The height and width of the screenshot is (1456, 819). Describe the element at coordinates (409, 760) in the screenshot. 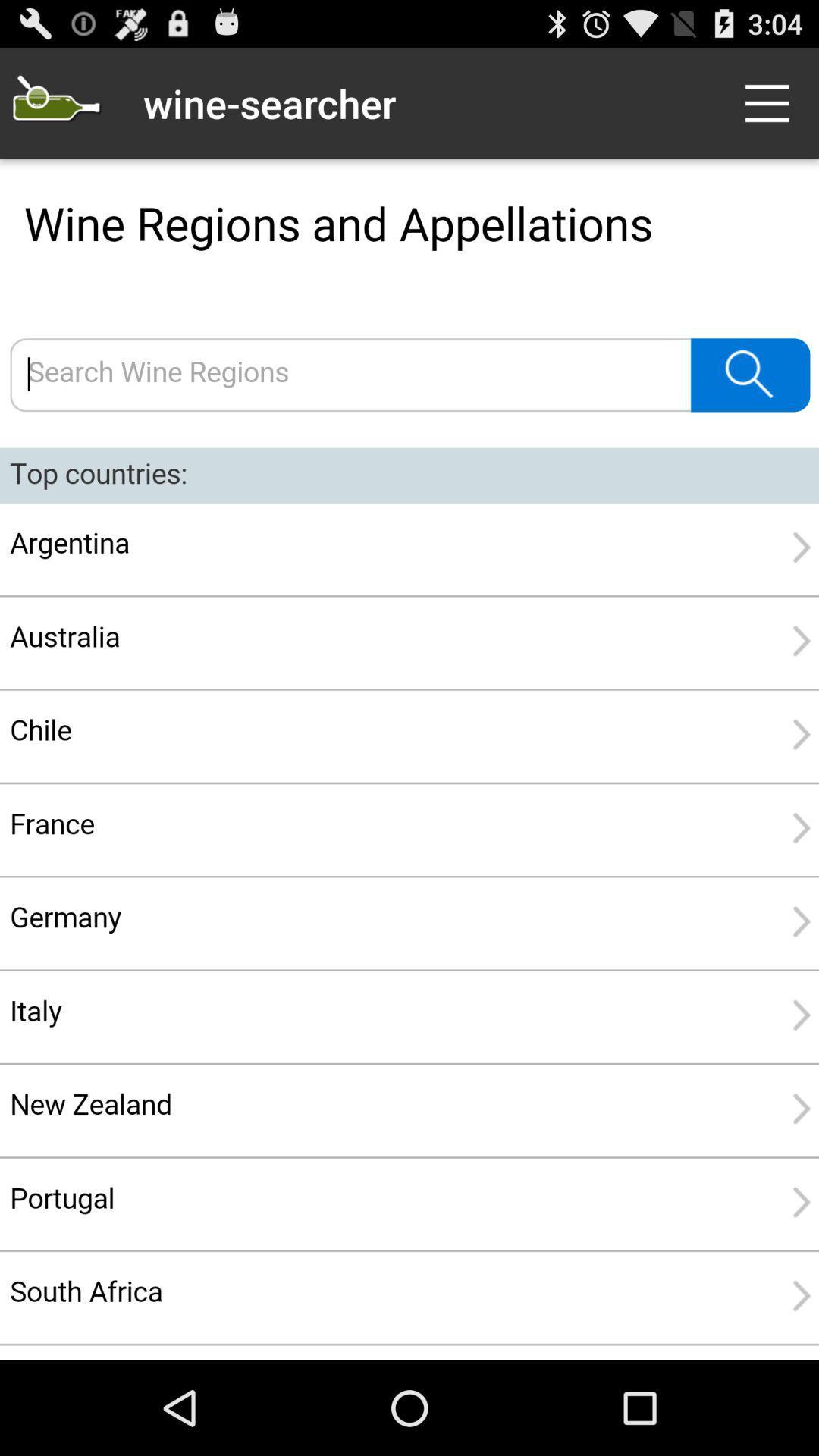

I see `search for wine` at that location.